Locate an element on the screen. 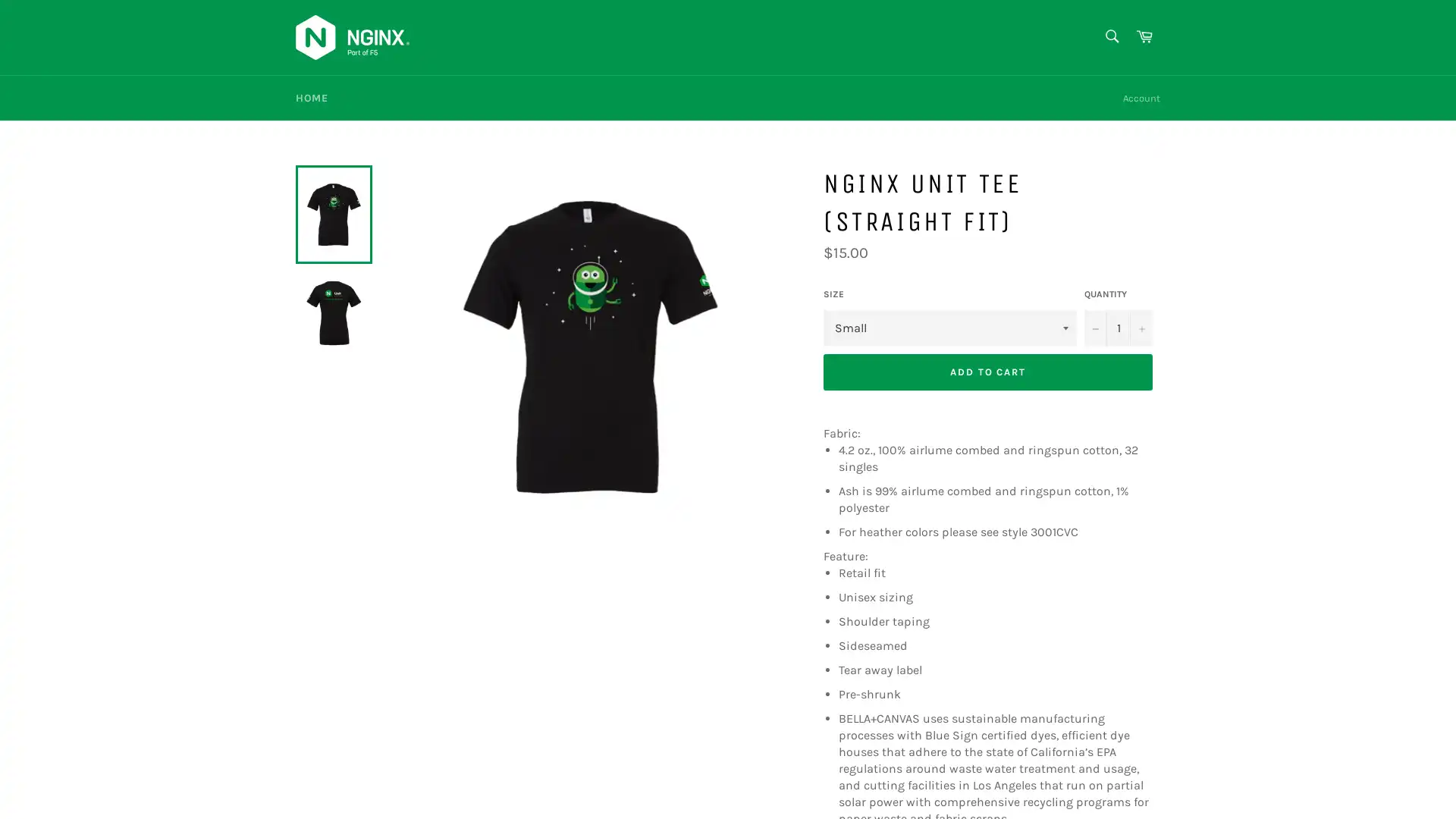 This screenshot has height=819, width=1456. Search is located at coordinates (1110, 35).